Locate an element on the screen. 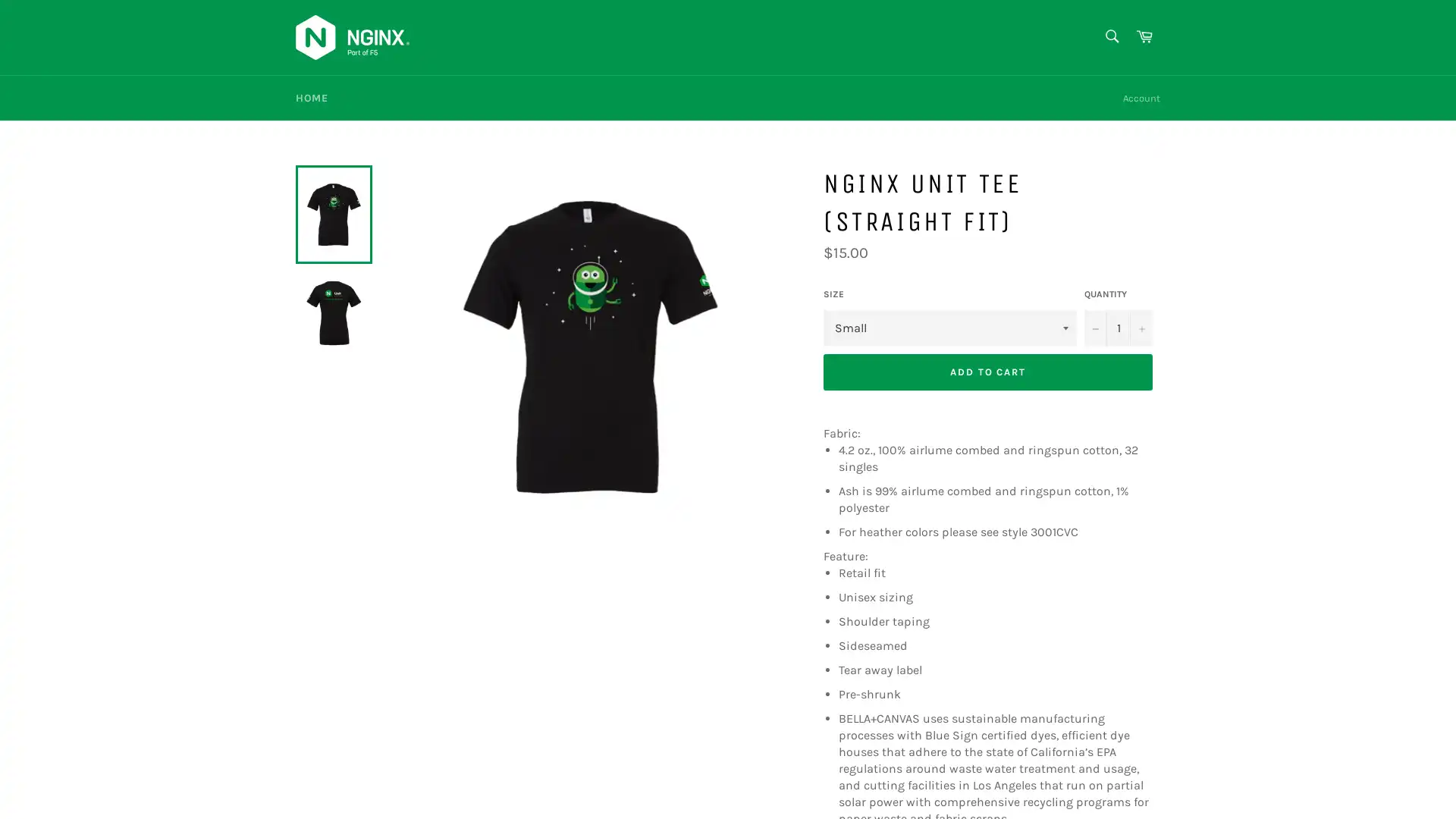 This screenshot has height=819, width=1456. Search is located at coordinates (1110, 35).